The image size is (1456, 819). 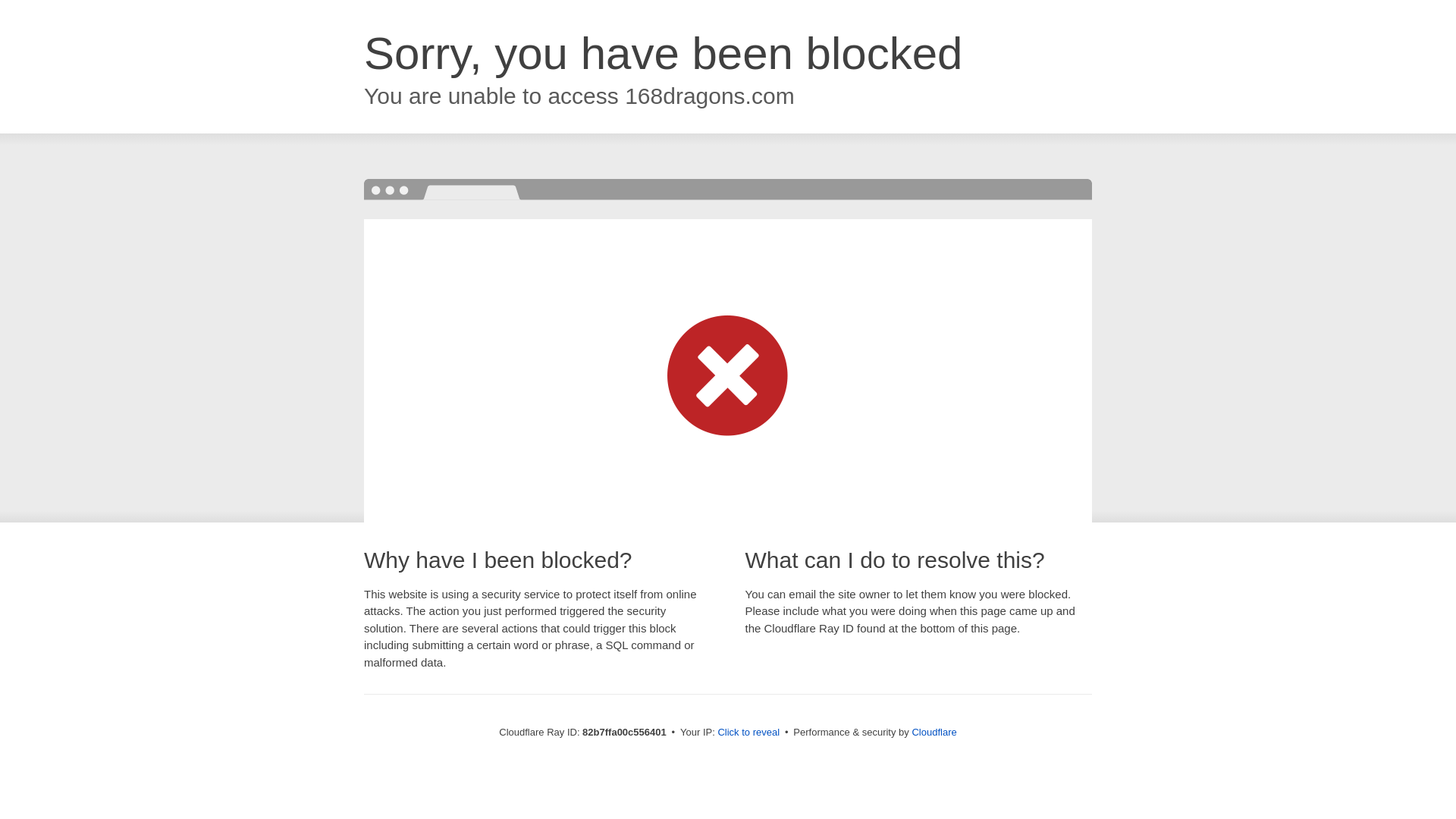 I want to click on 'Click to reveal', so click(x=716, y=731).